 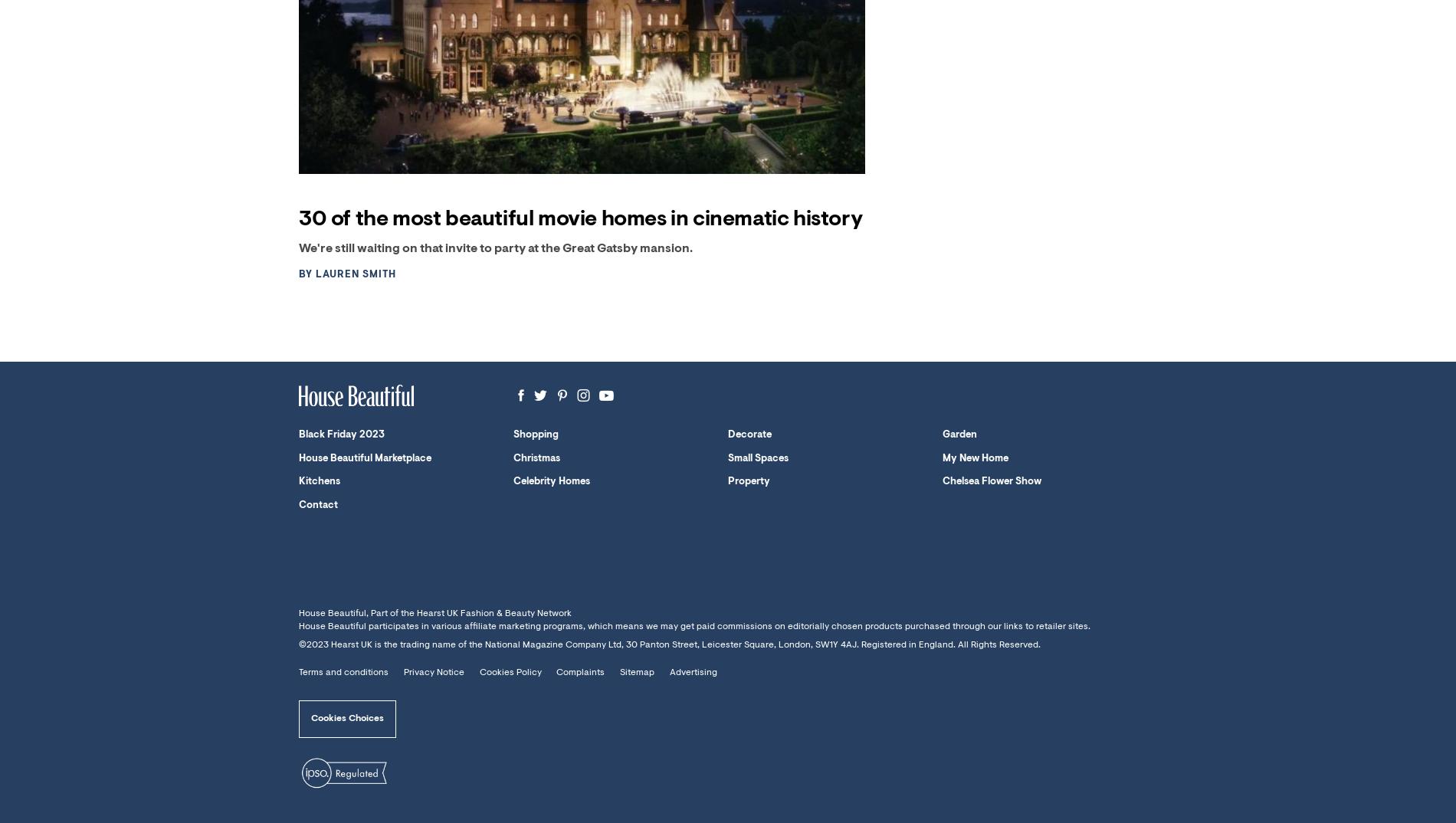 What do you see at coordinates (340, 434) in the screenshot?
I see `'Black Friday 2023'` at bounding box center [340, 434].